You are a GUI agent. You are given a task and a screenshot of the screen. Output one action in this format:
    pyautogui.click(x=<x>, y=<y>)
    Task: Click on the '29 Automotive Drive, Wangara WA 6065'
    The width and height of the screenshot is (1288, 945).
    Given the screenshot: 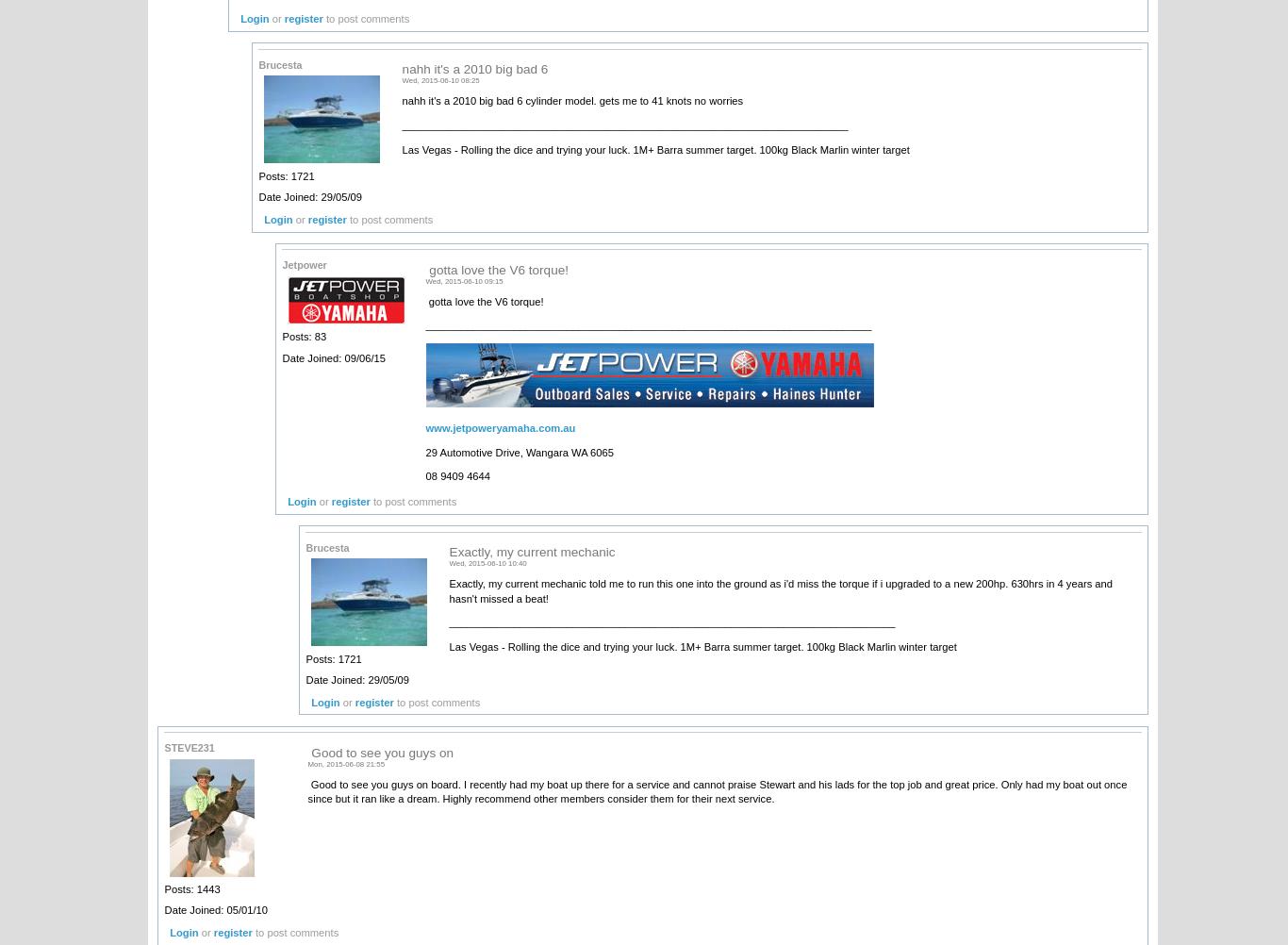 What is the action you would take?
    pyautogui.click(x=520, y=450)
    